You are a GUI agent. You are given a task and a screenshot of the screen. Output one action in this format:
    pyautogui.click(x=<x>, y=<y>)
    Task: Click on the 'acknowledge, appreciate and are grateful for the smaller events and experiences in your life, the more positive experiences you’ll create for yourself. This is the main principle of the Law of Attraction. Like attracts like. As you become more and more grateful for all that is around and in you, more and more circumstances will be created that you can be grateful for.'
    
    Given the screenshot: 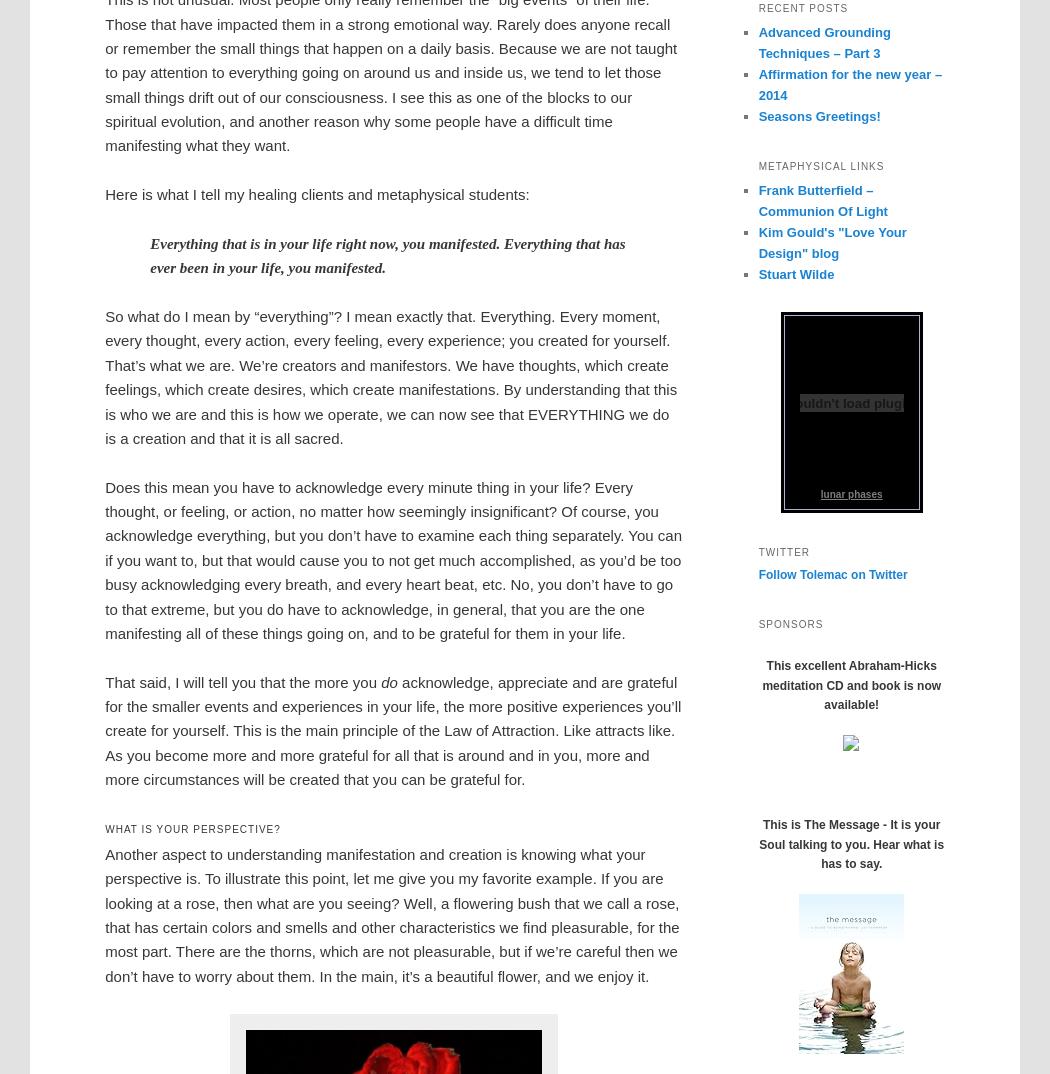 What is the action you would take?
    pyautogui.click(x=393, y=730)
    